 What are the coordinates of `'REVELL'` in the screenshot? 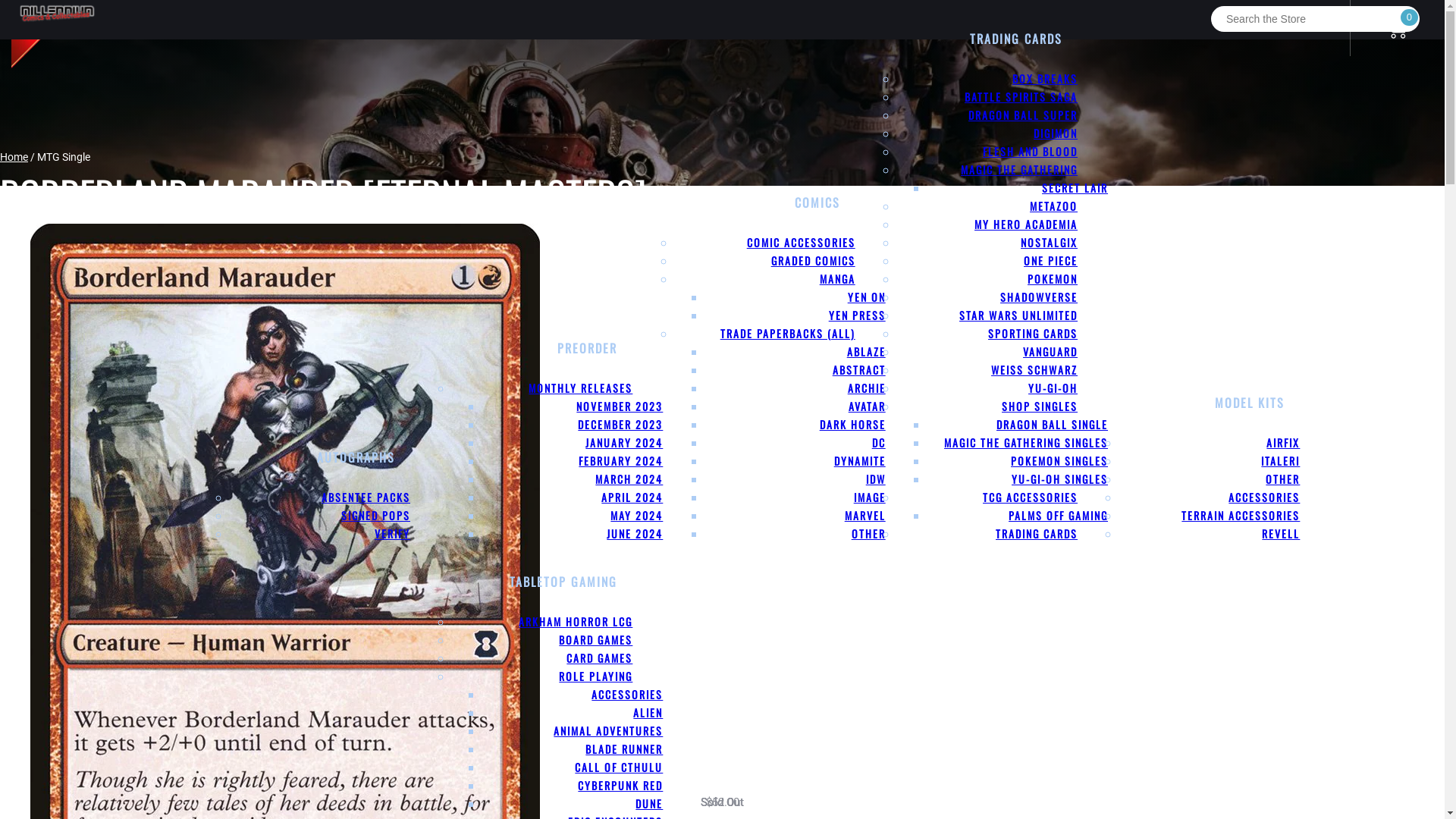 It's located at (1262, 532).